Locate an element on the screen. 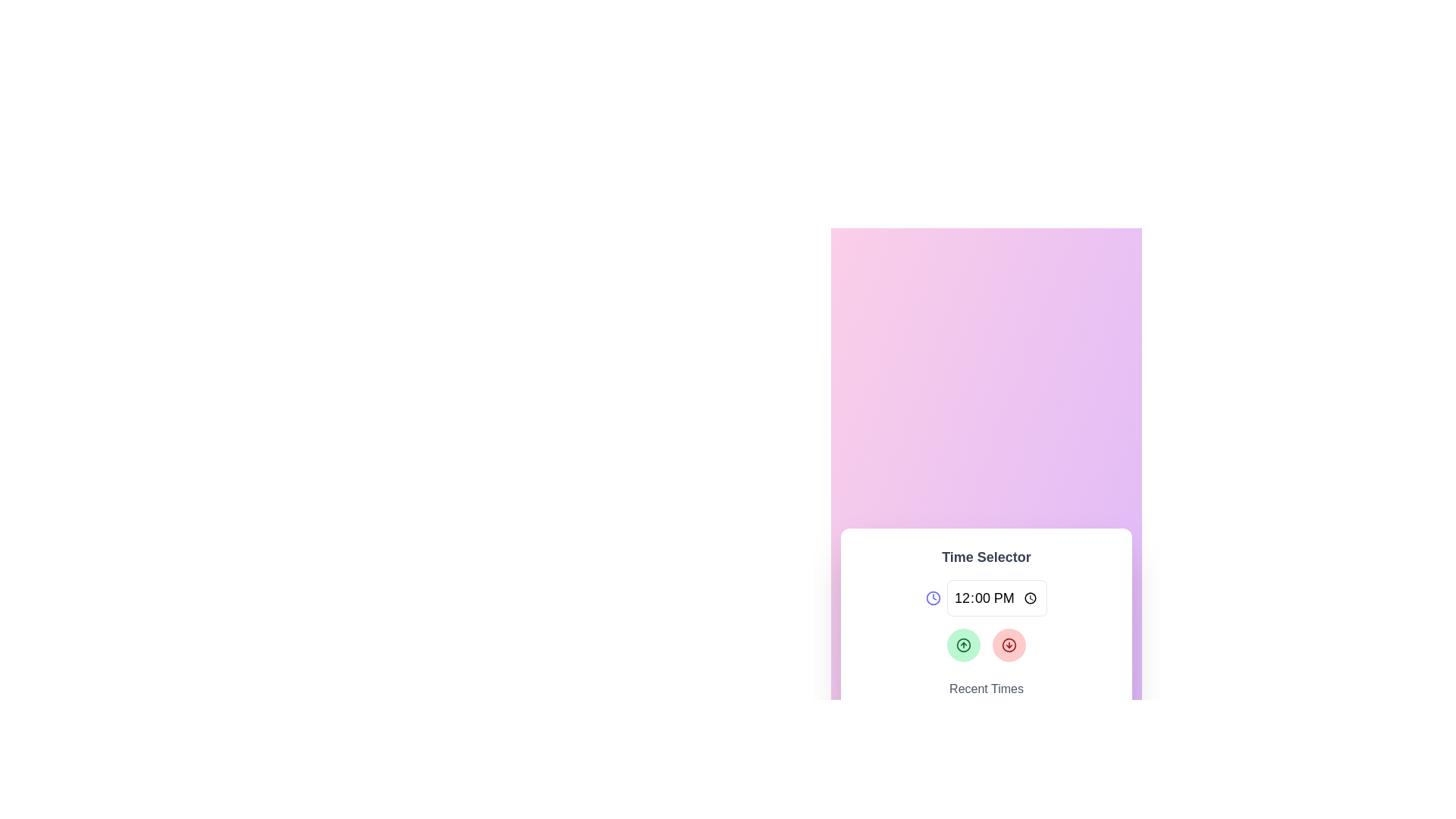  the circular element with a red upward arrow, which represents an upward direction or increase, located below the text input field is located at coordinates (963, 645).